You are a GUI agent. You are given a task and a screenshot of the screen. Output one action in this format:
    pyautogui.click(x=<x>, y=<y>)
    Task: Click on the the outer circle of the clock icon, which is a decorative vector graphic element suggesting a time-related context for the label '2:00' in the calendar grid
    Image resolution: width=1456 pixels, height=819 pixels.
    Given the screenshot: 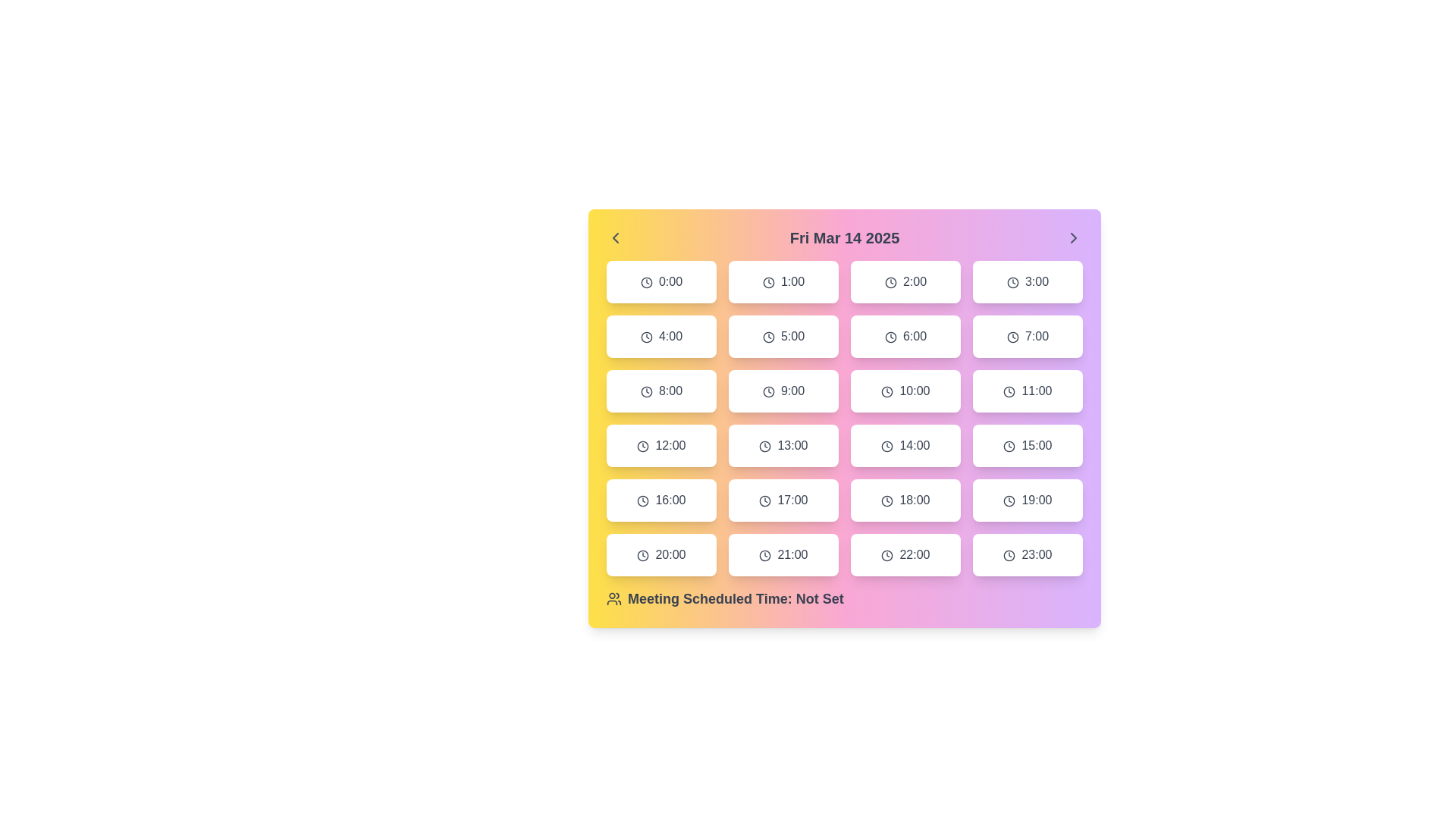 What is the action you would take?
    pyautogui.click(x=890, y=282)
    